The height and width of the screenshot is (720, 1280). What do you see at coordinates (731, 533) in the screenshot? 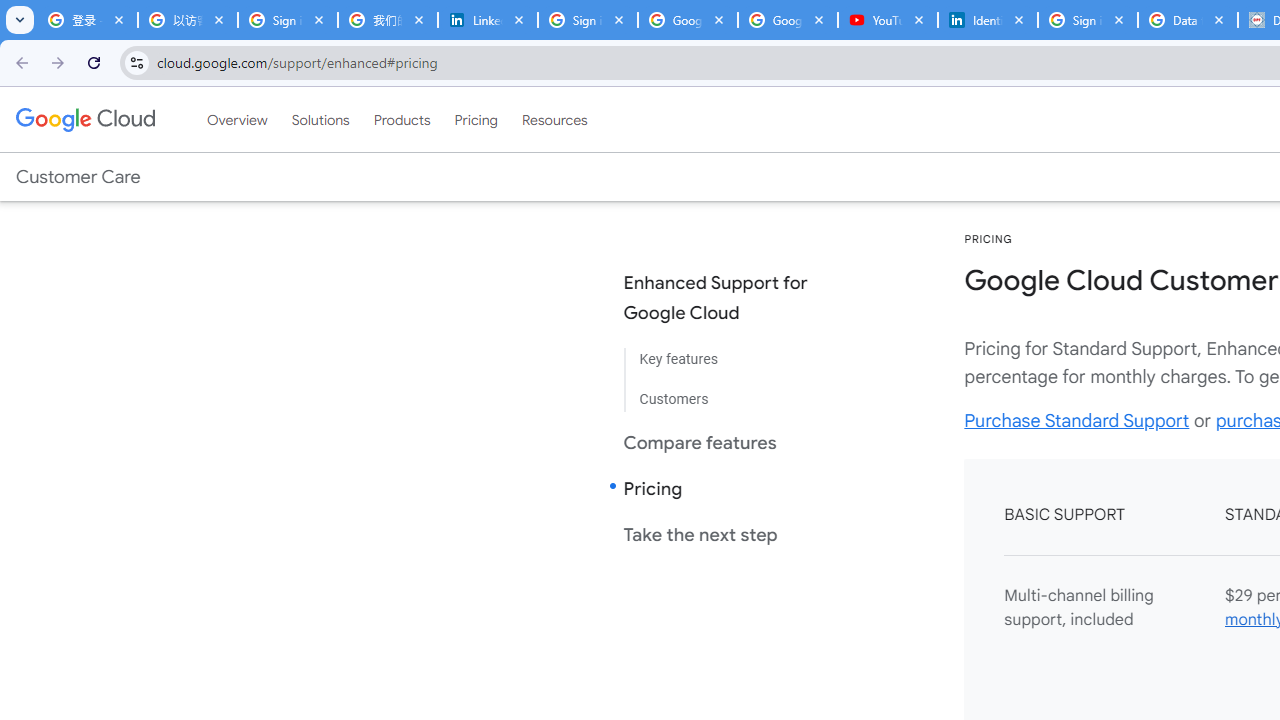
I see `'Take the next step'` at bounding box center [731, 533].